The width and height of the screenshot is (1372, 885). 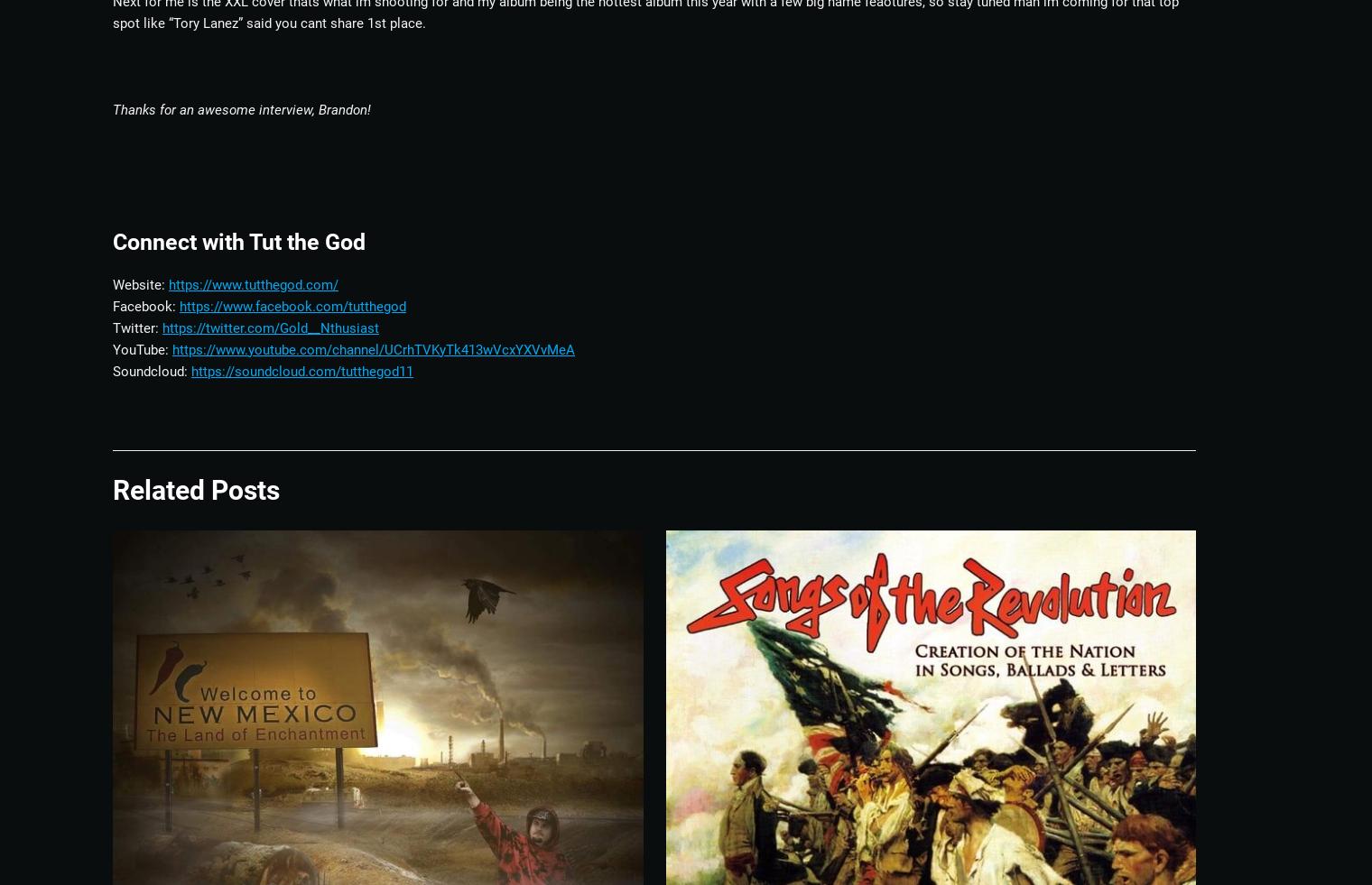 What do you see at coordinates (271, 326) in the screenshot?
I see `'https://twitter.com/Gold__Nthusiast'` at bounding box center [271, 326].